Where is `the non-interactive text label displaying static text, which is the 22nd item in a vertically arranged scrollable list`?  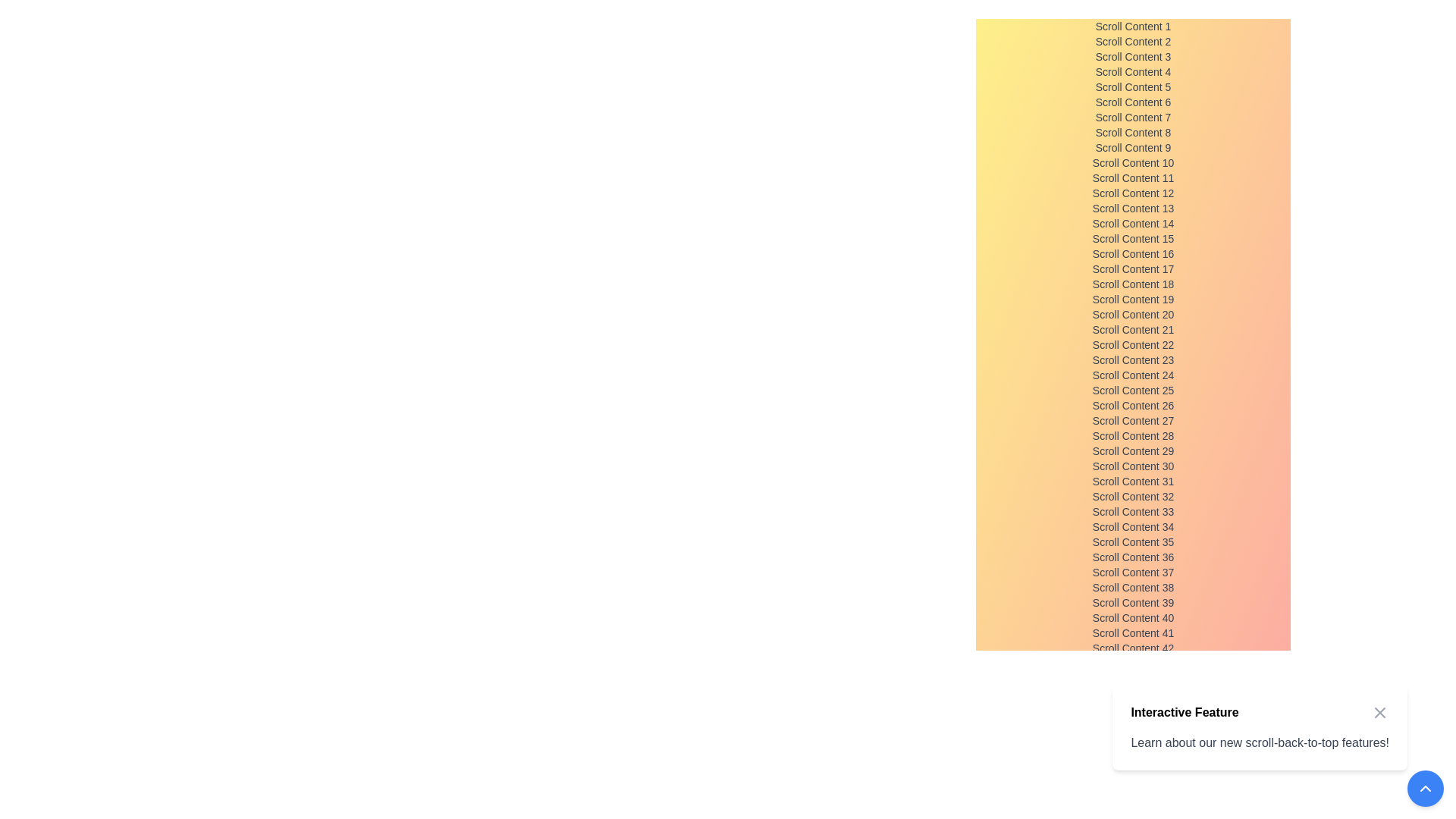 the non-interactive text label displaying static text, which is the 22nd item in a vertically arranged scrollable list is located at coordinates (1133, 345).